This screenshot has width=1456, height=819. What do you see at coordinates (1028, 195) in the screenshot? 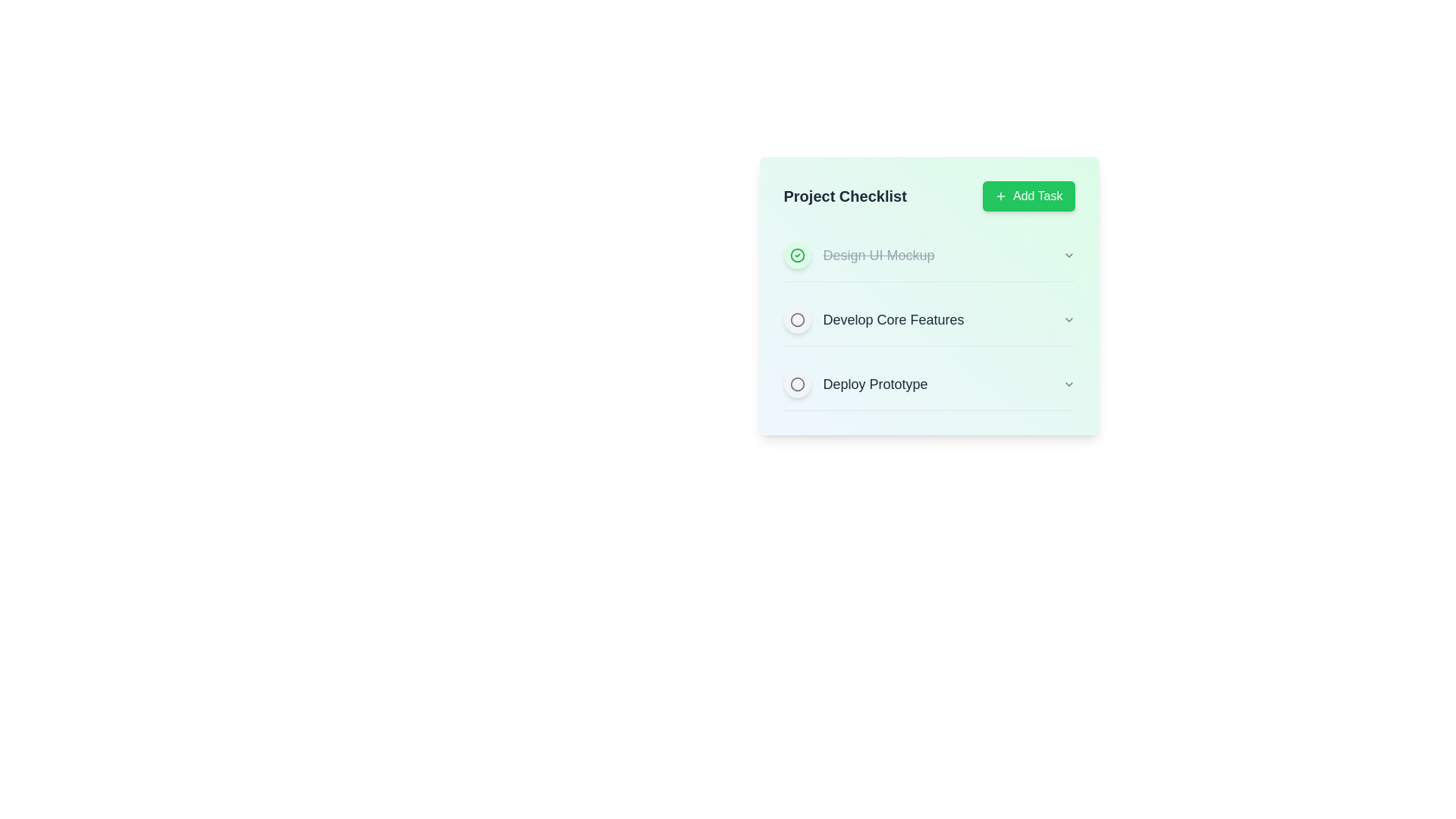
I see `'Add Task' button to add a new task` at bounding box center [1028, 195].